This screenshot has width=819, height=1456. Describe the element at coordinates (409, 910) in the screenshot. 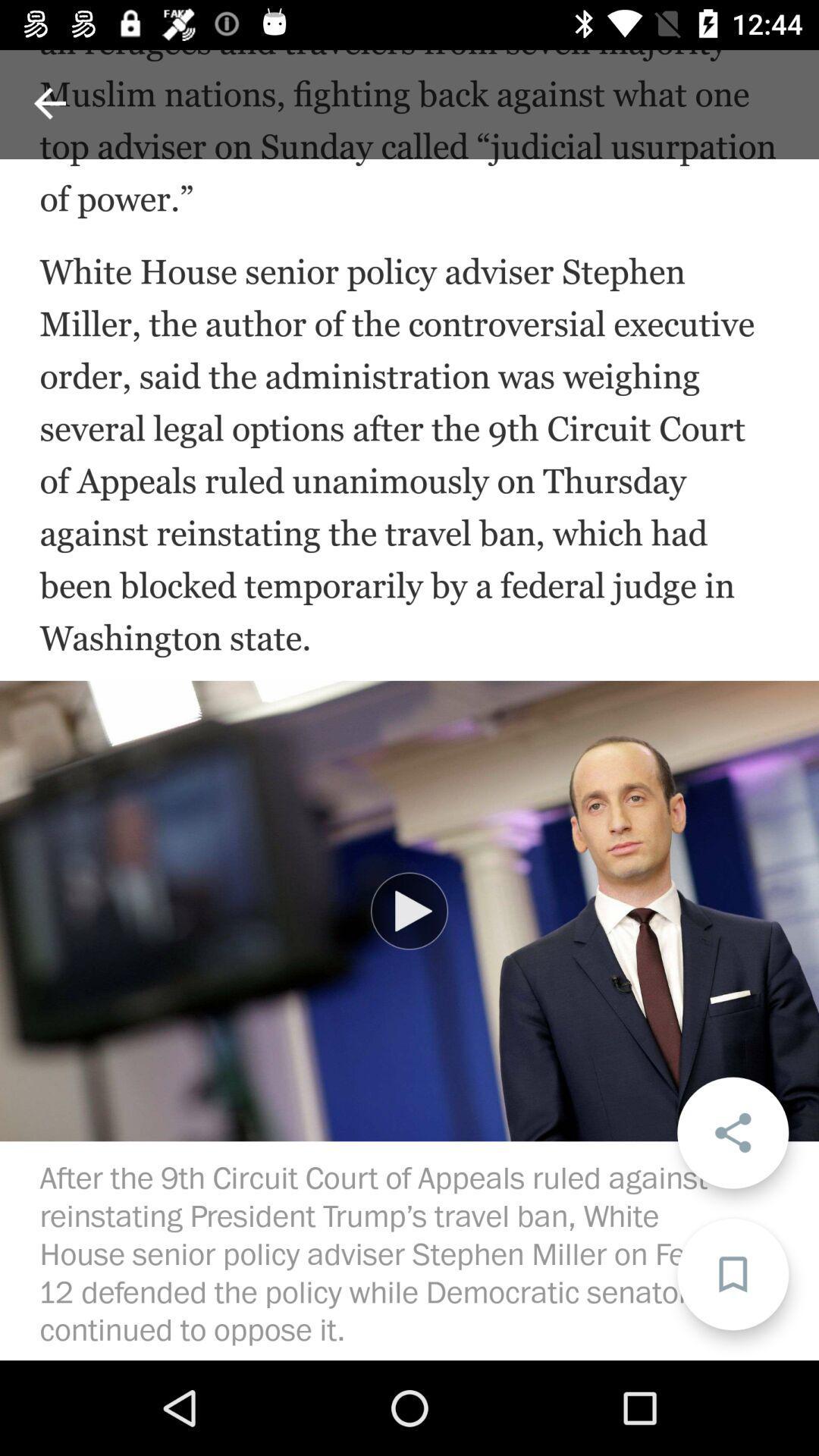

I see `item at the center` at that location.